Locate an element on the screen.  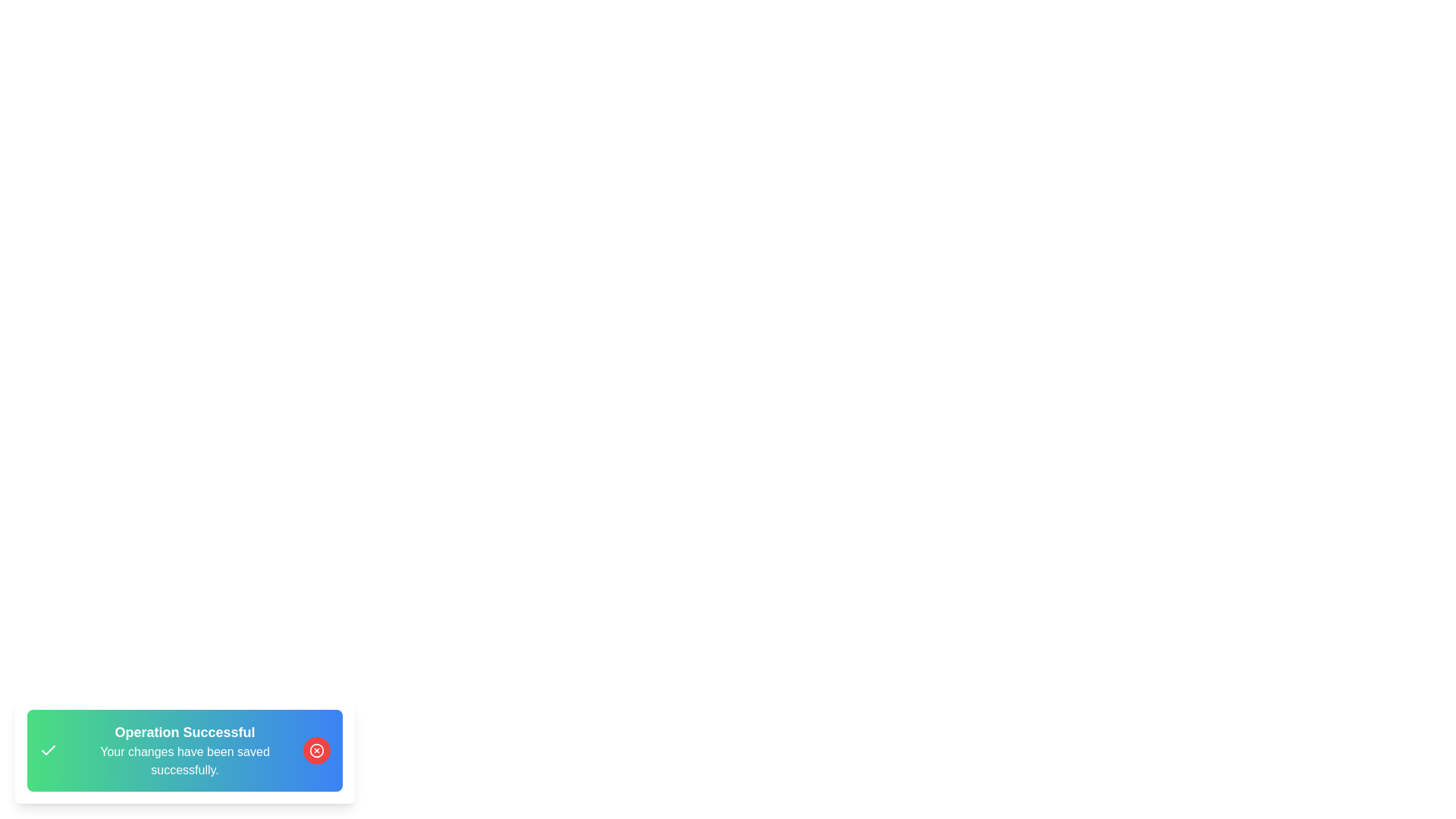
the close button to trigger its hover effect is located at coordinates (315, 751).